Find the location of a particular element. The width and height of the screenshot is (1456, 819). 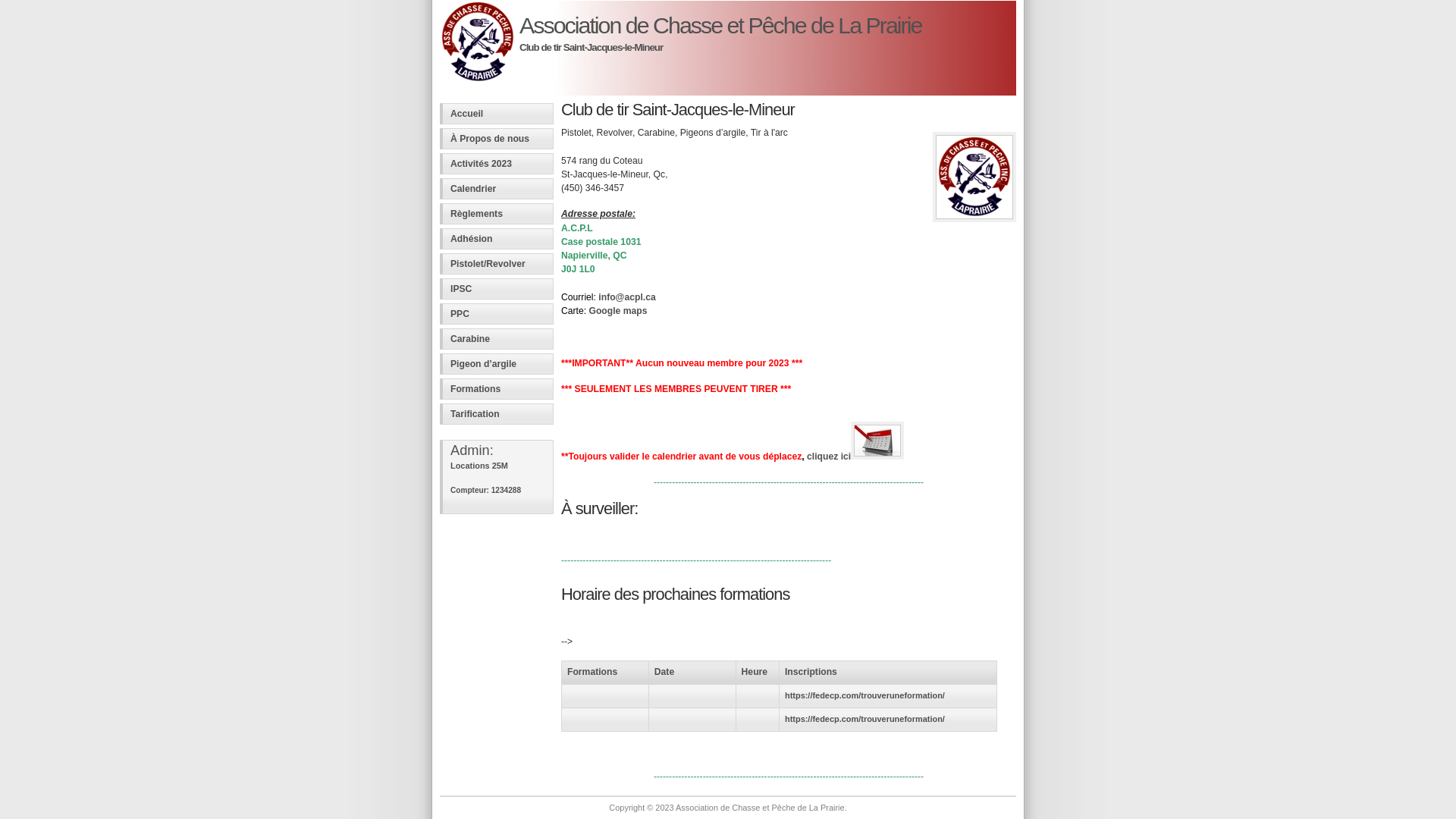

'PPC' is located at coordinates (496, 312).